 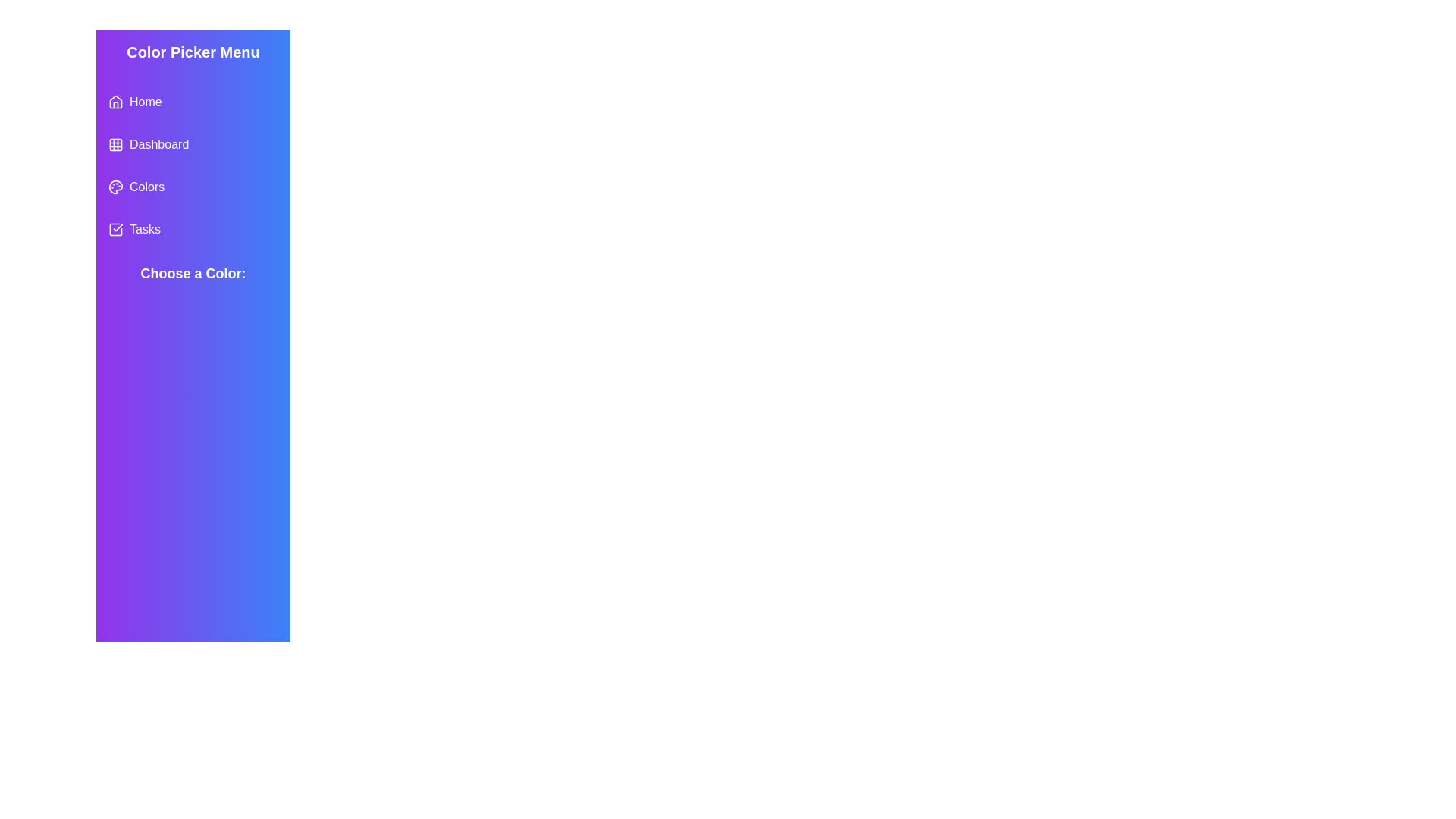 What do you see at coordinates (115, 230) in the screenshot?
I see `the task status icon located immediately to the left of the 'Tasks' text in the vertical menu` at bounding box center [115, 230].